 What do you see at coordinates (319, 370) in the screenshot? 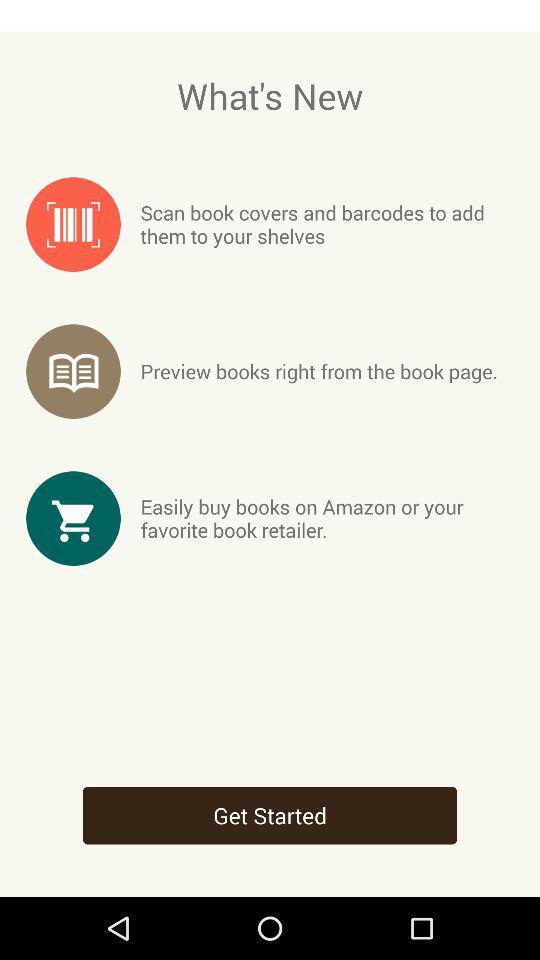
I see `the preview books right icon` at bounding box center [319, 370].